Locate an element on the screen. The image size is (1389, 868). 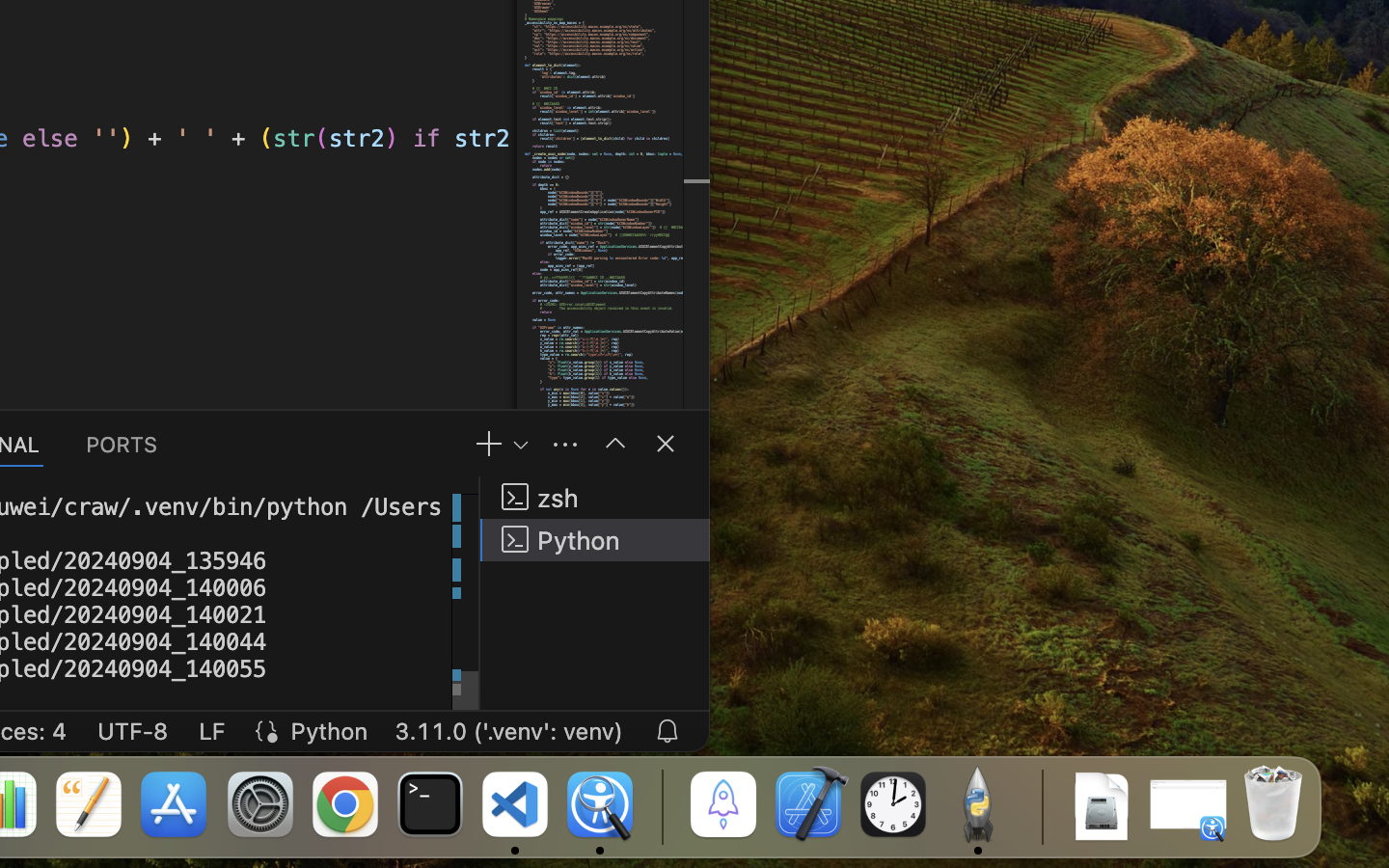
'0.4285714328289032' is located at coordinates (661, 805).